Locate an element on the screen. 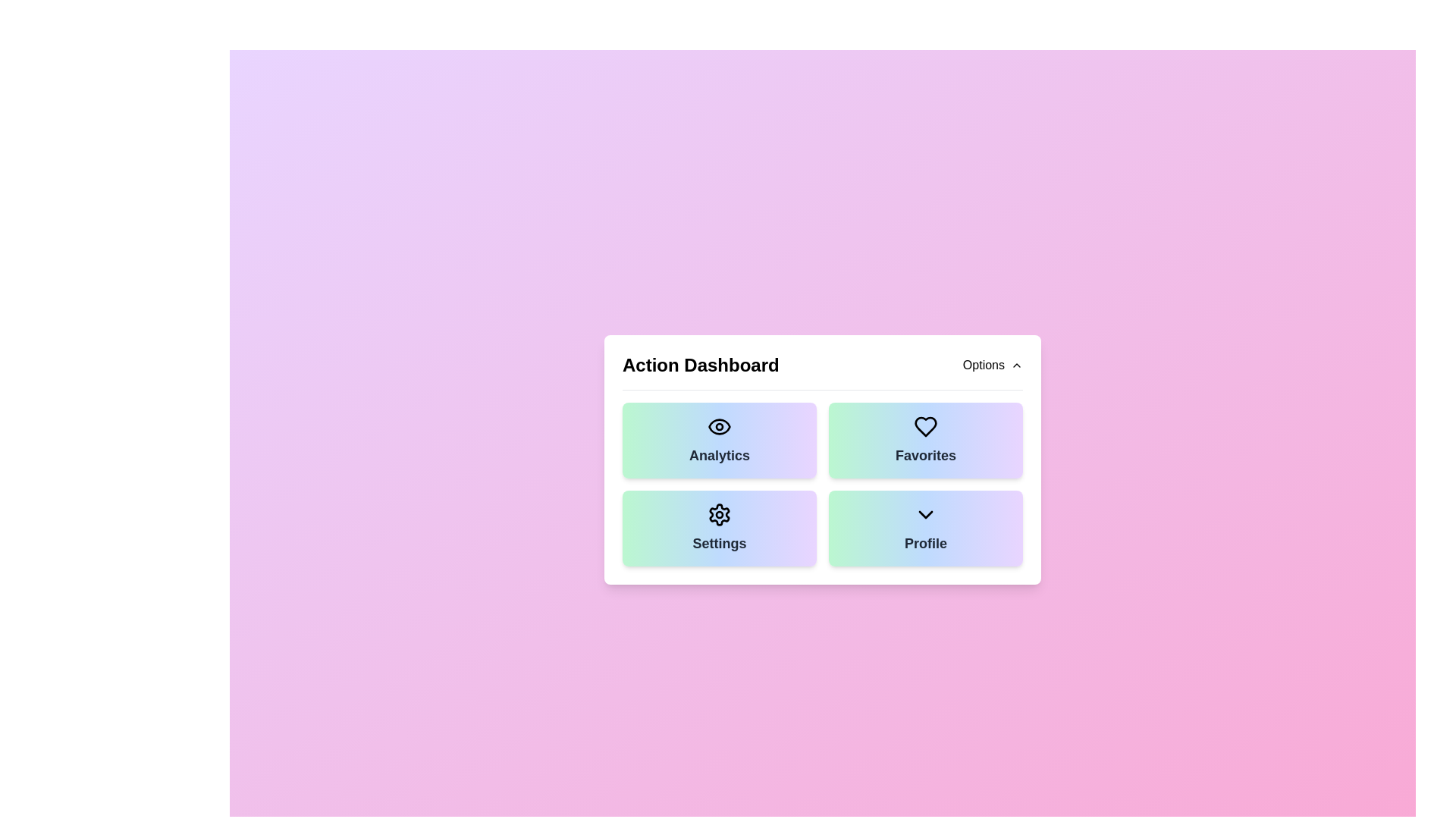 This screenshot has height=819, width=1456. the first card in the grid layout within the 'Action Dashboard' is located at coordinates (719, 439).